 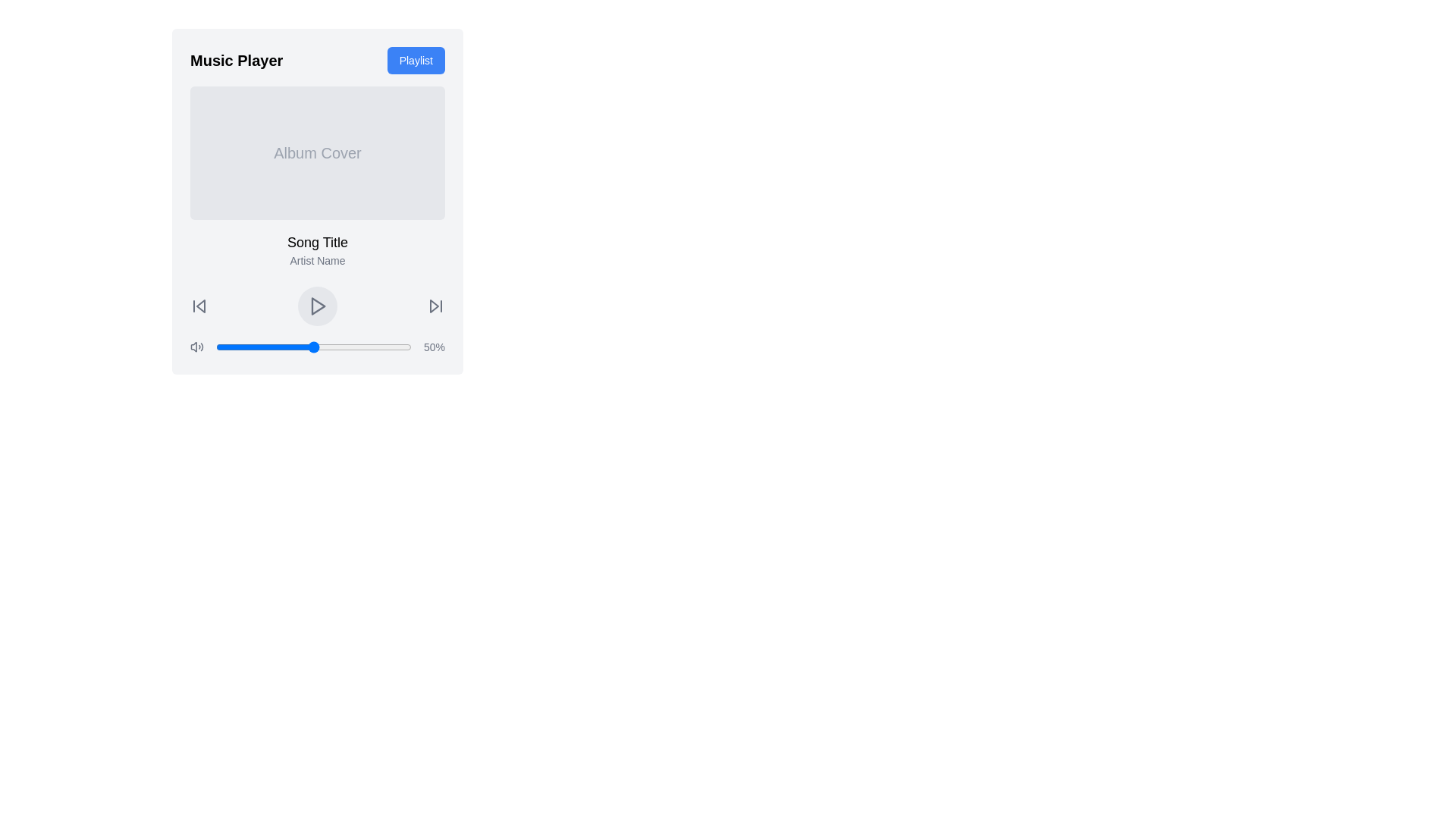 I want to click on the circular play button with a light gray background and a play icon in the center to play the media, so click(x=316, y=306).